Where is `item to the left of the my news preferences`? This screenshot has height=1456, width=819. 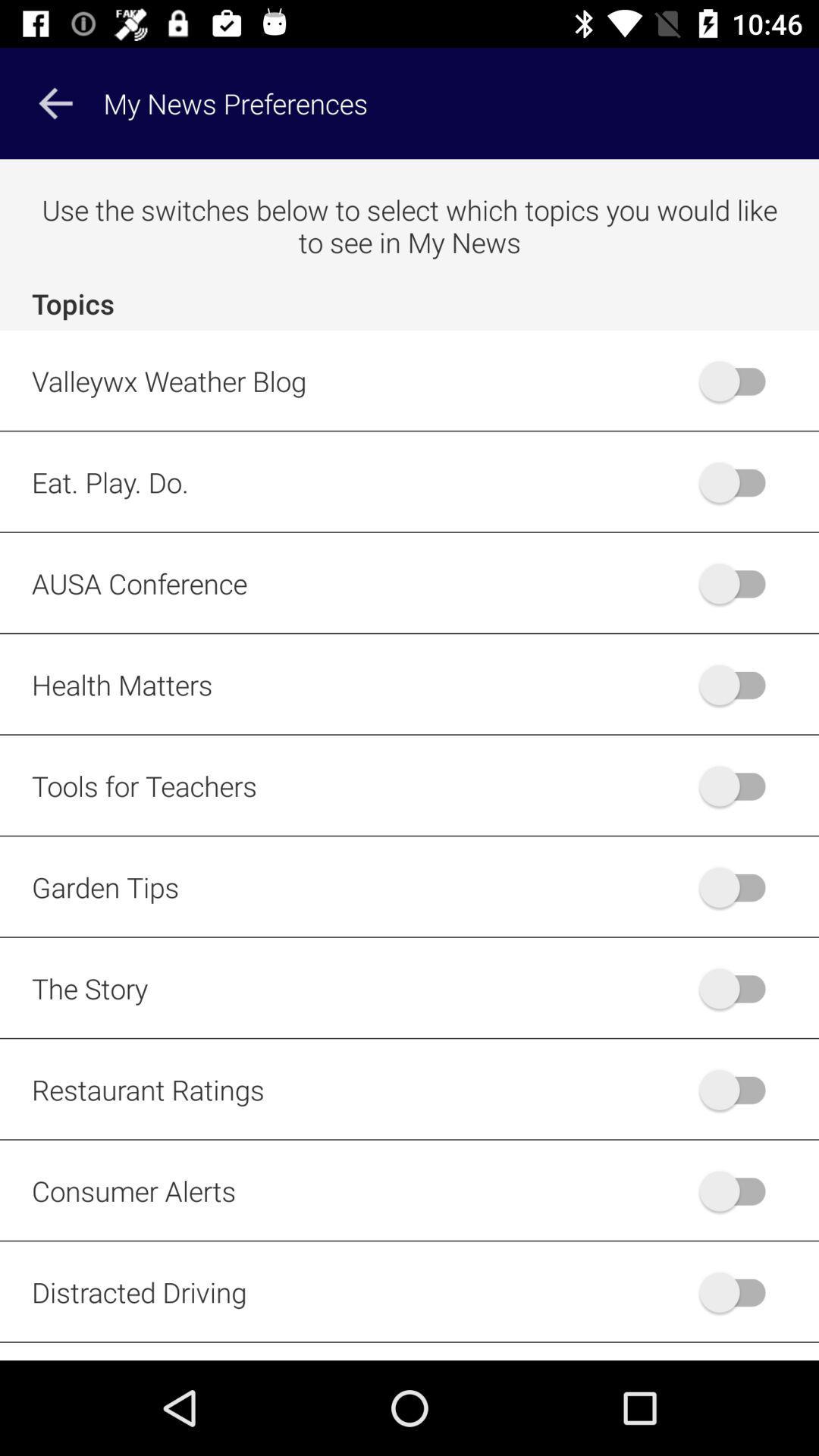
item to the left of the my news preferences is located at coordinates (55, 102).